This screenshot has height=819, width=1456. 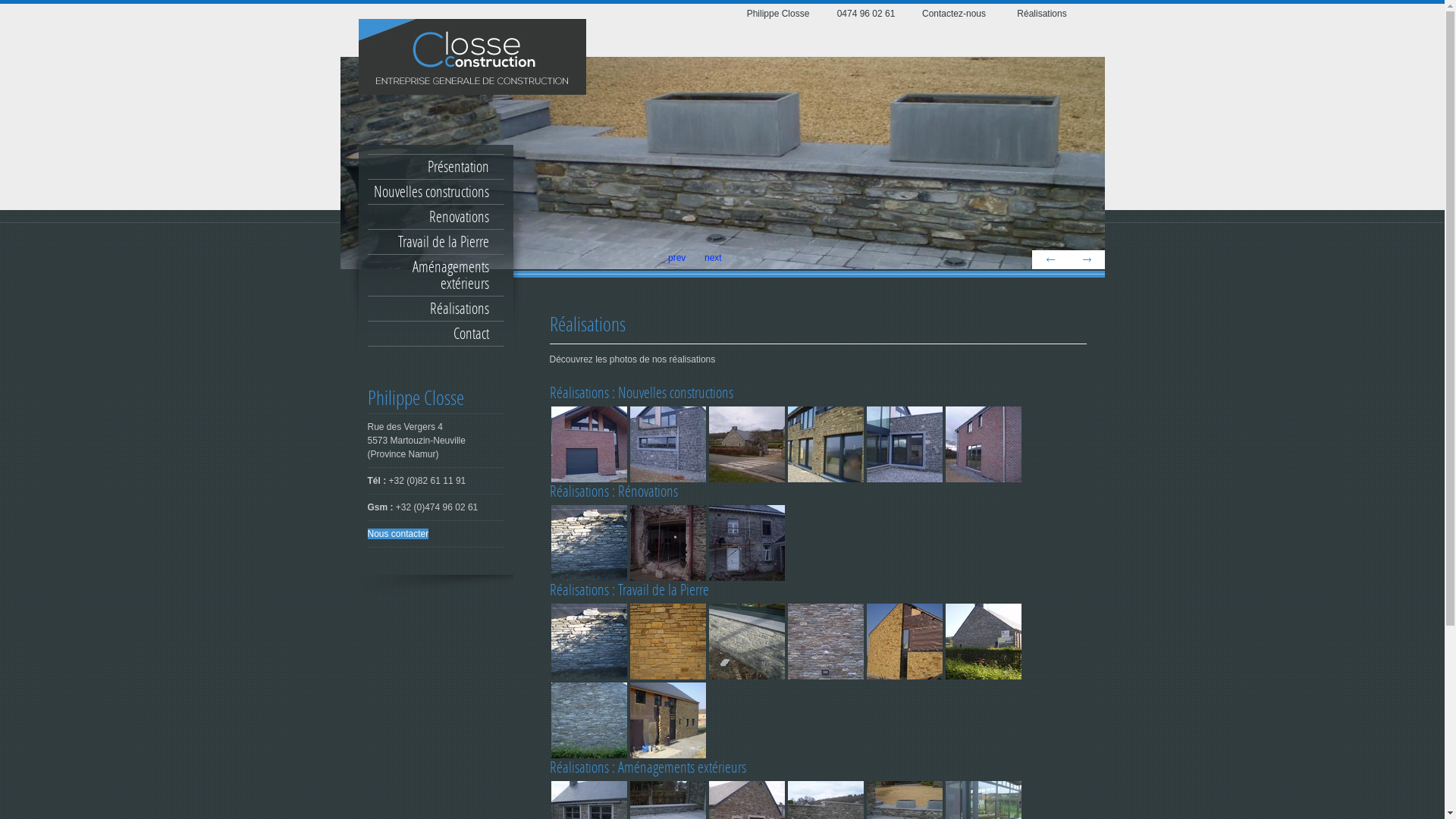 What do you see at coordinates (435, 216) in the screenshot?
I see `'Renovations'` at bounding box center [435, 216].